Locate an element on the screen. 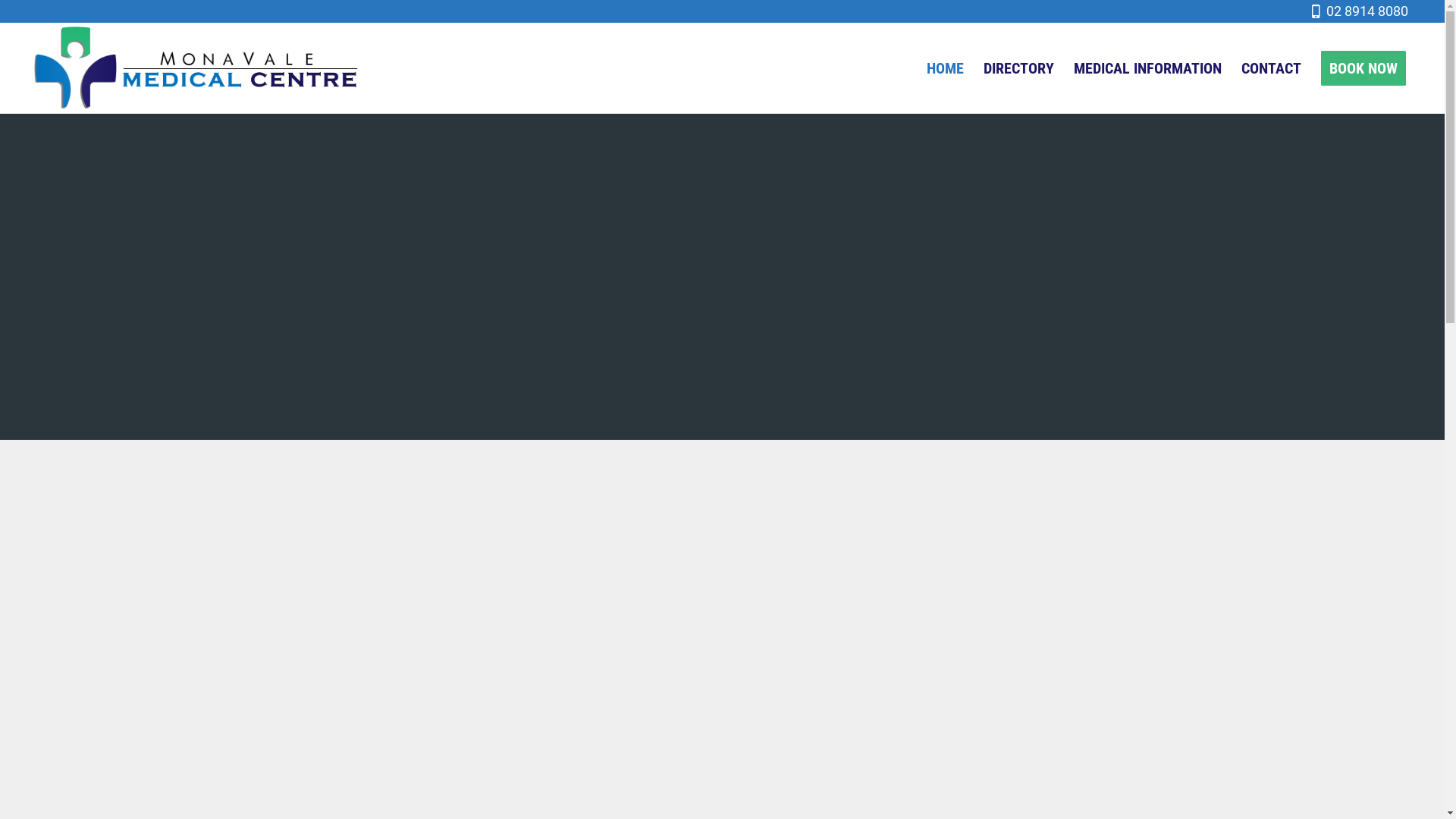  'HOME' is located at coordinates (944, 67).